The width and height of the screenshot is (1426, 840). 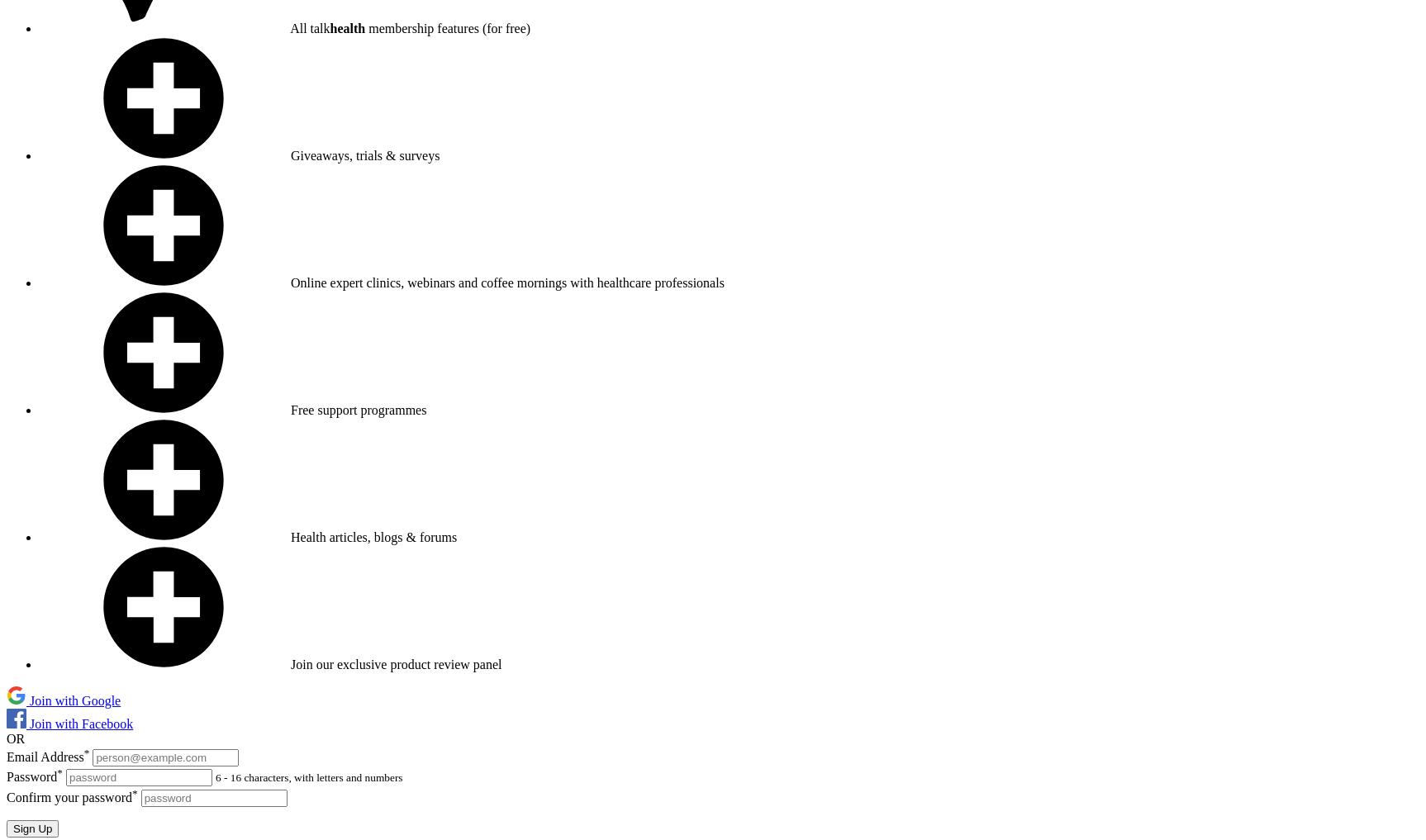 I want to click on 'health', so click(x=347, y=26).